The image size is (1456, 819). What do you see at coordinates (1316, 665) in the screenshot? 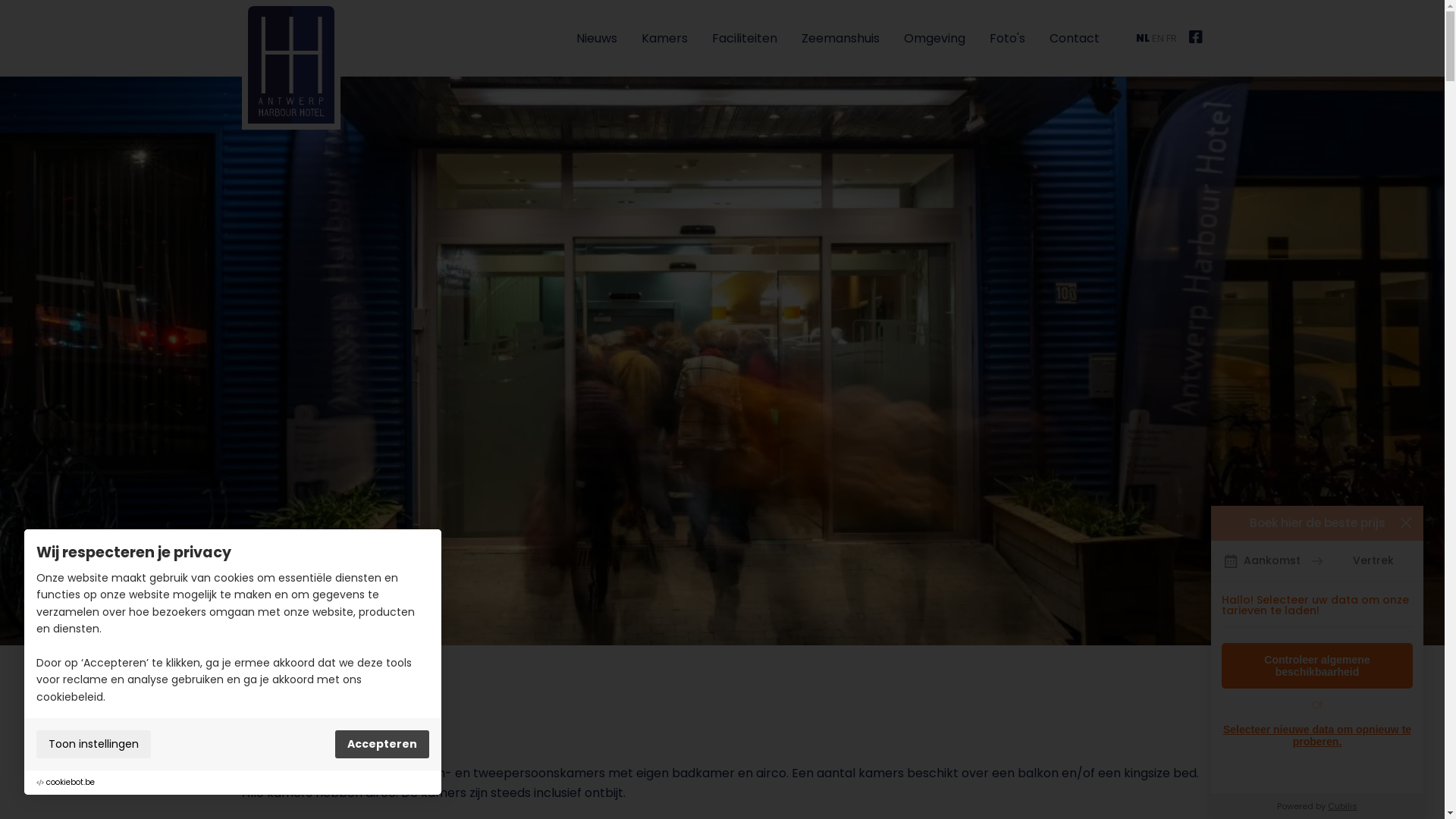
I see `'Controleer algemene beschikbaarheid'` at bounding box center [1316, 665].